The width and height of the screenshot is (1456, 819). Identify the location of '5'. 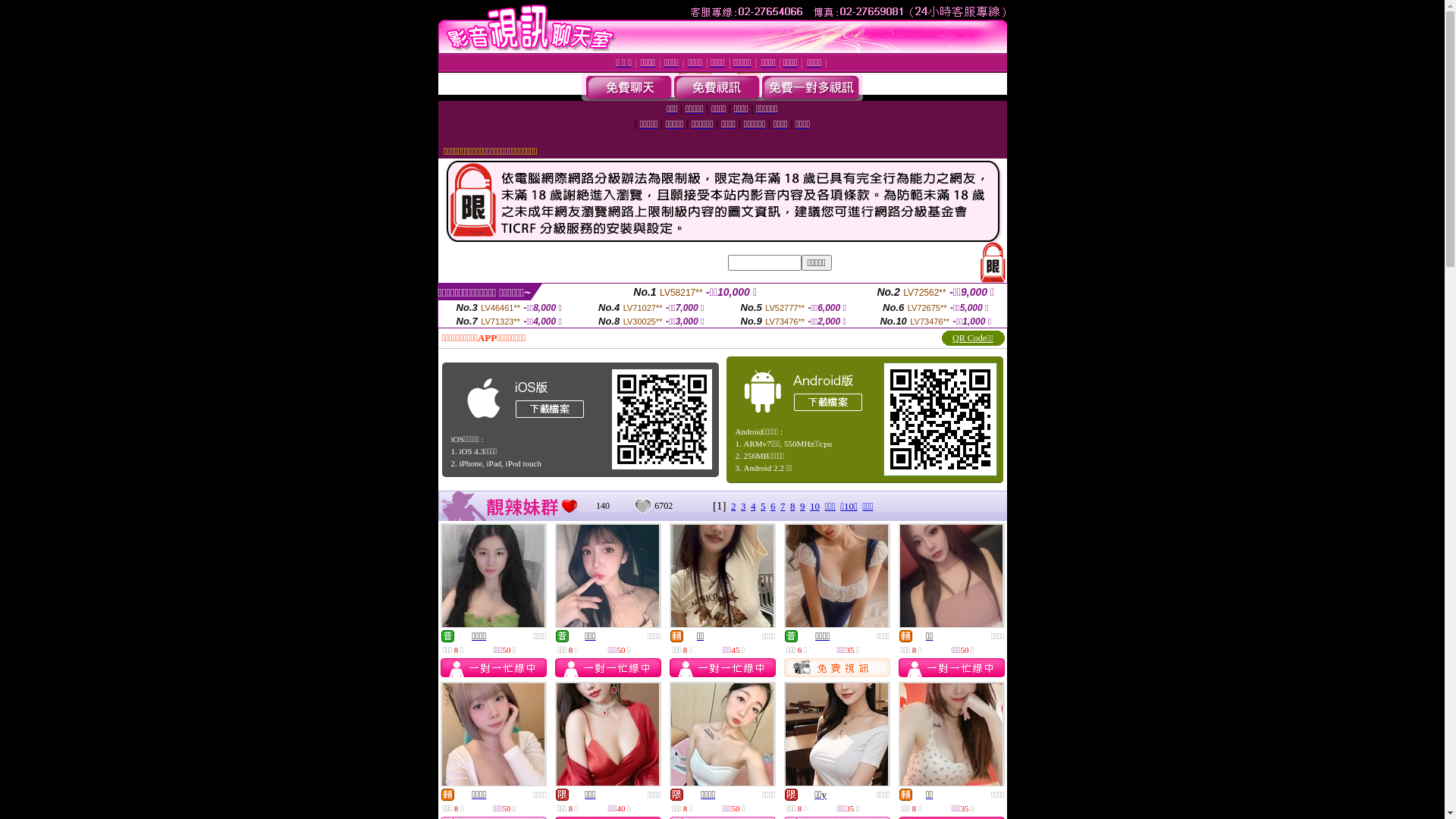
(763, 506).